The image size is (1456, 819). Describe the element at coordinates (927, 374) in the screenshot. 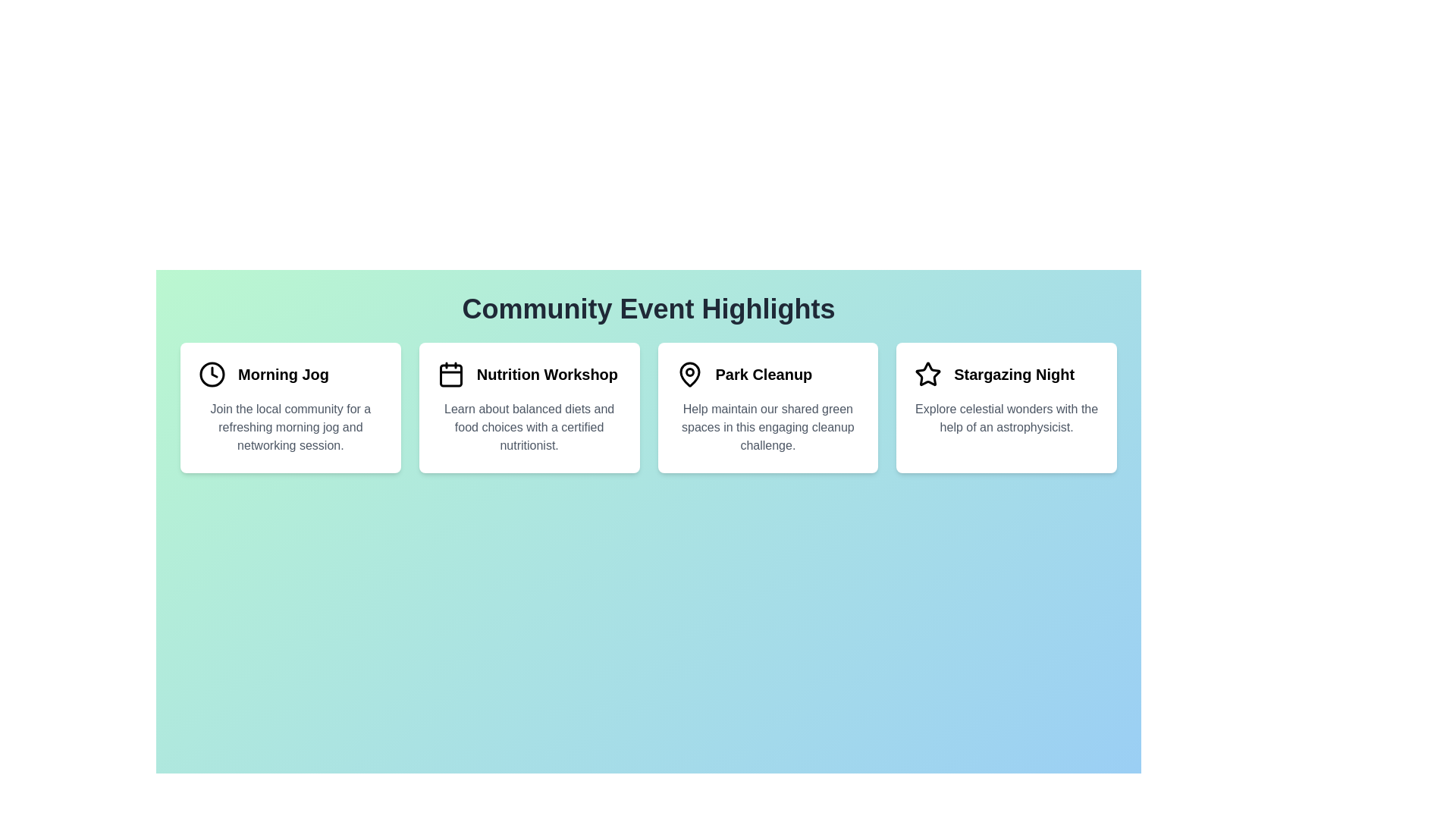

I see `the star-shaped outline icon located in the bottom right corner of the layout, adjacent to the heading 'Stargazing Night'` at that location.